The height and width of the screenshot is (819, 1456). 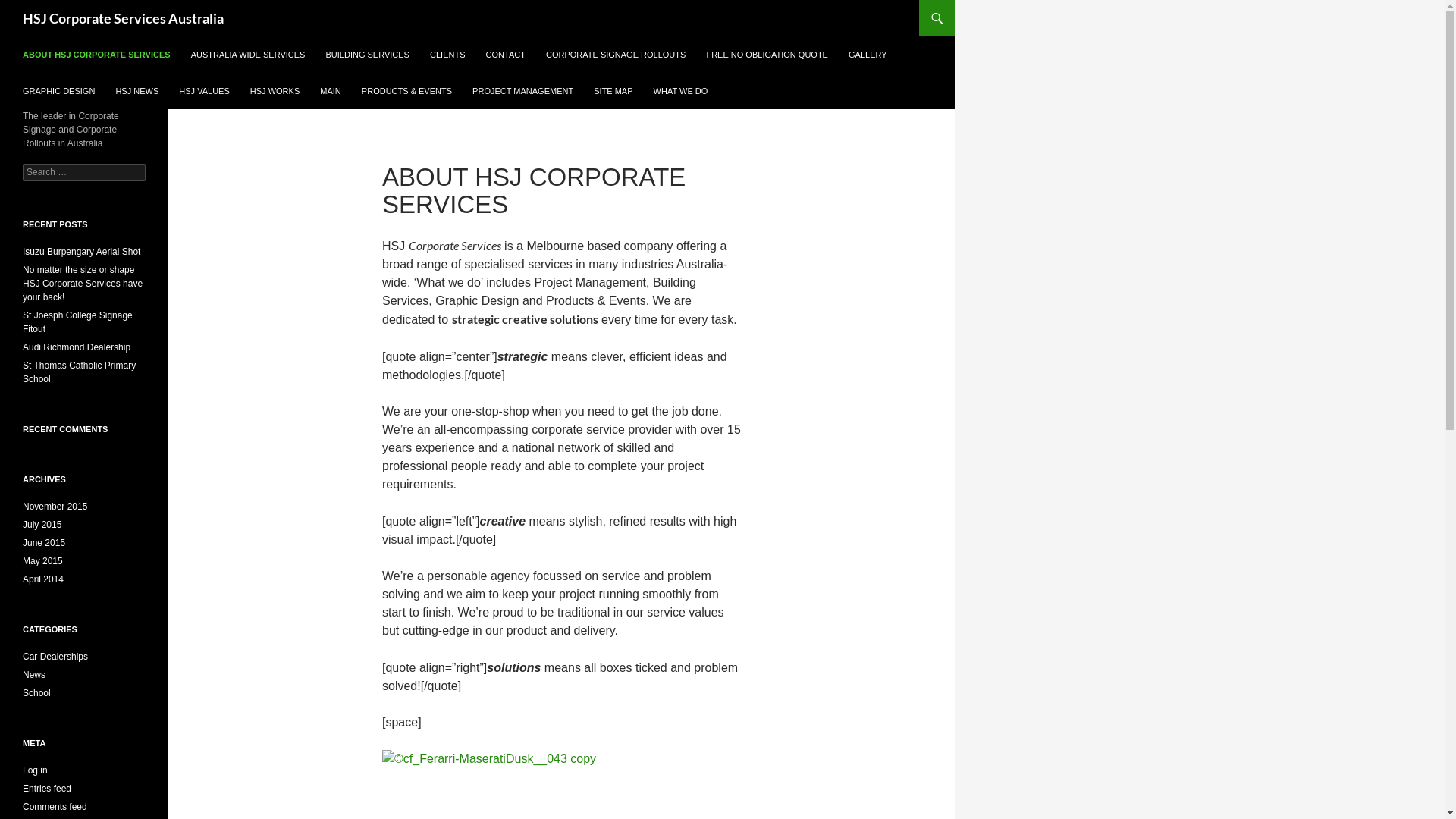 What do you see at coordinates (47, 788) in the screenshot?
I see `'Entries feed'` at bounding box center [47, 788].